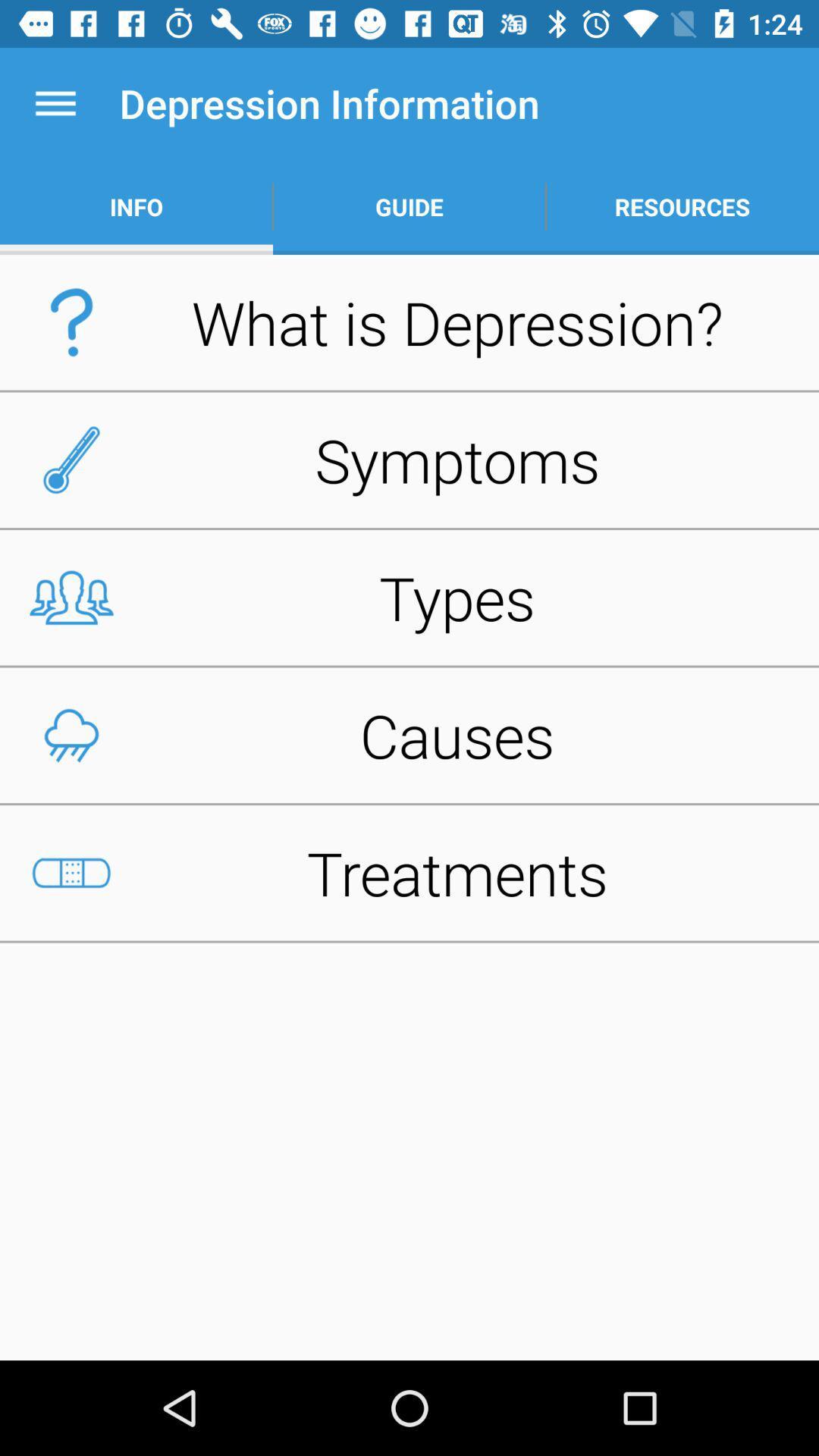 The width and height of the screenshot is (819, 1456). I want to click on icon next to the depression information icon, so click(55, 102).